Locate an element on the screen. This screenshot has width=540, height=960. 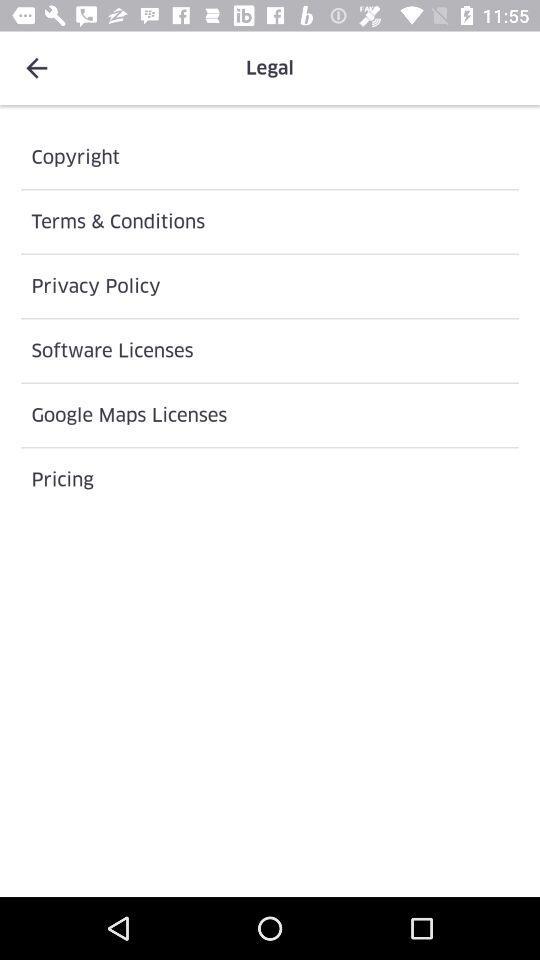
the terms & conditions item is located at coordinates (270, 221).